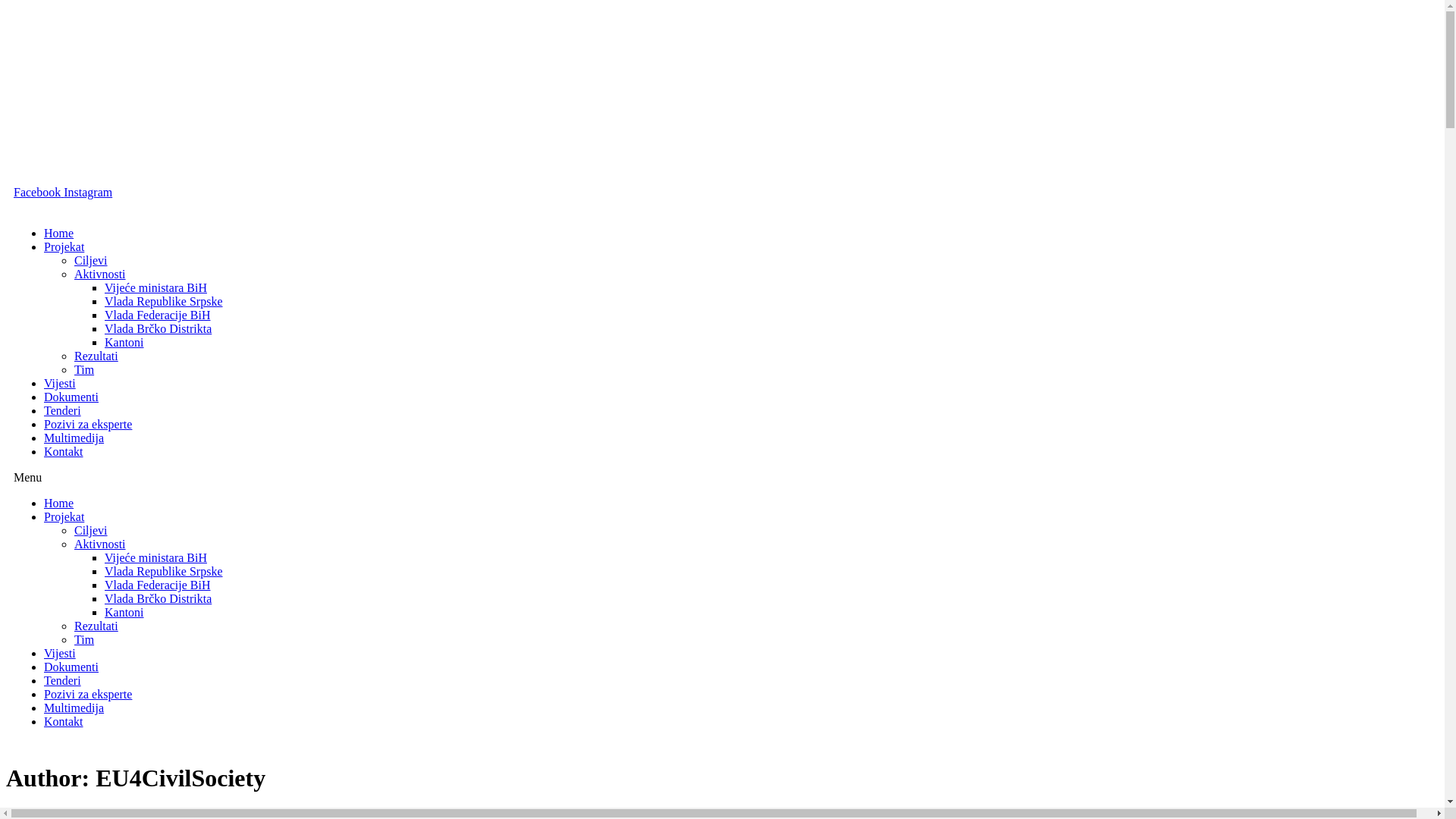  I want to click on 'Facebook', so click(39, 191).